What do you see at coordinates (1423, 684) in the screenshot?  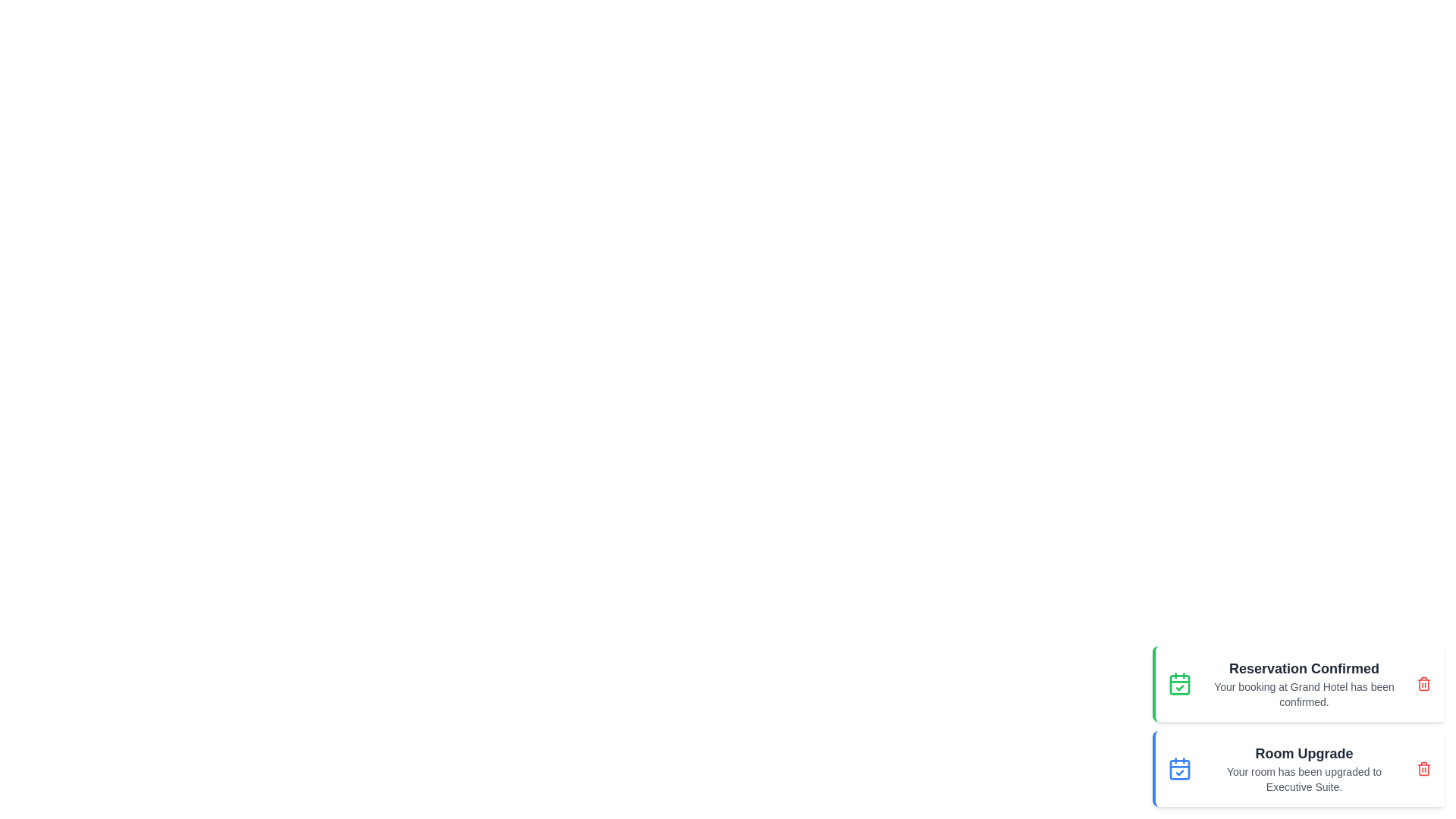 I see `the trash icon to dismiss the notification` at bounding box center [1423, 684].